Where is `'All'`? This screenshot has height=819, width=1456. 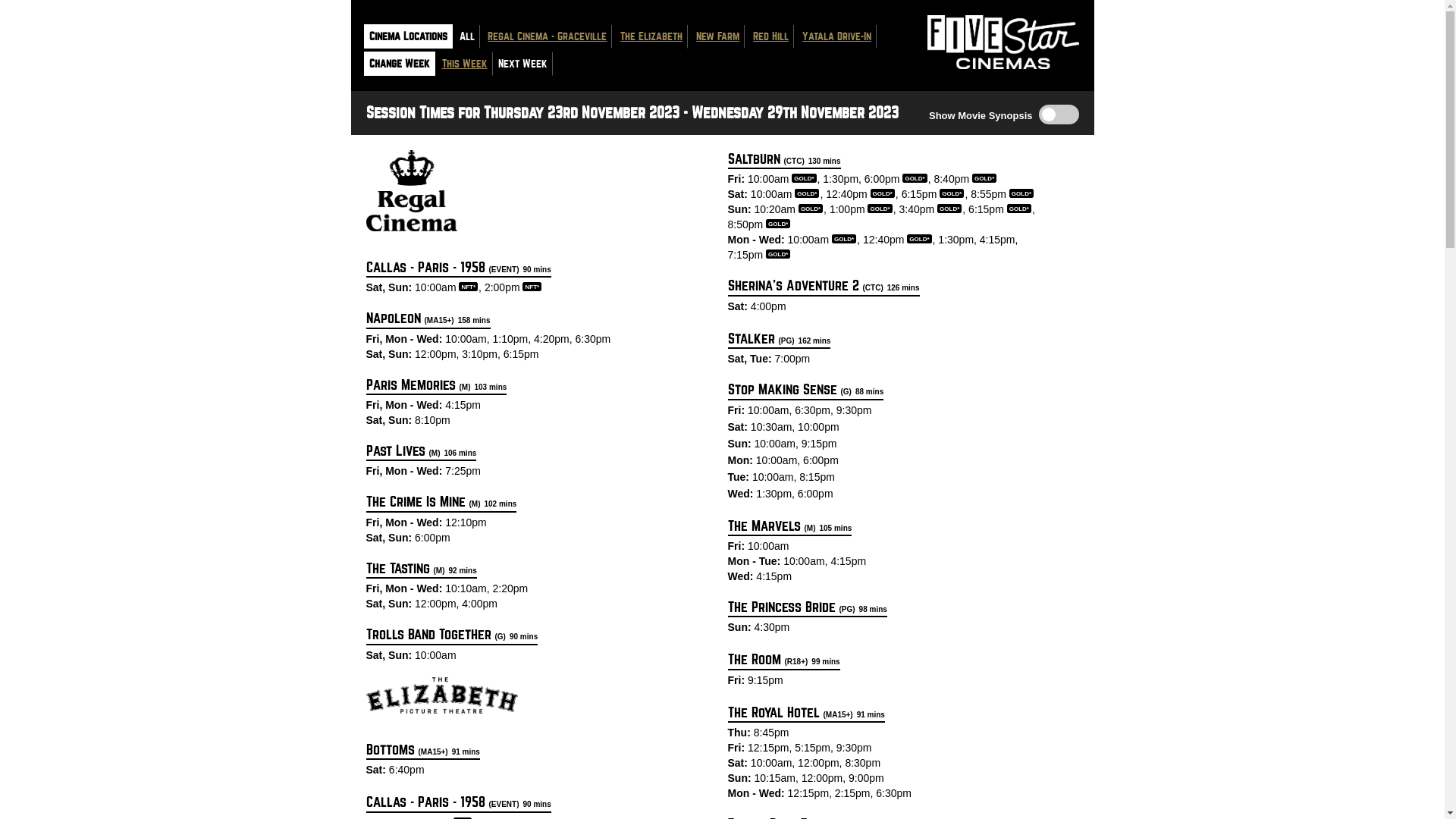 'All' is located at coordinates (465, 36).